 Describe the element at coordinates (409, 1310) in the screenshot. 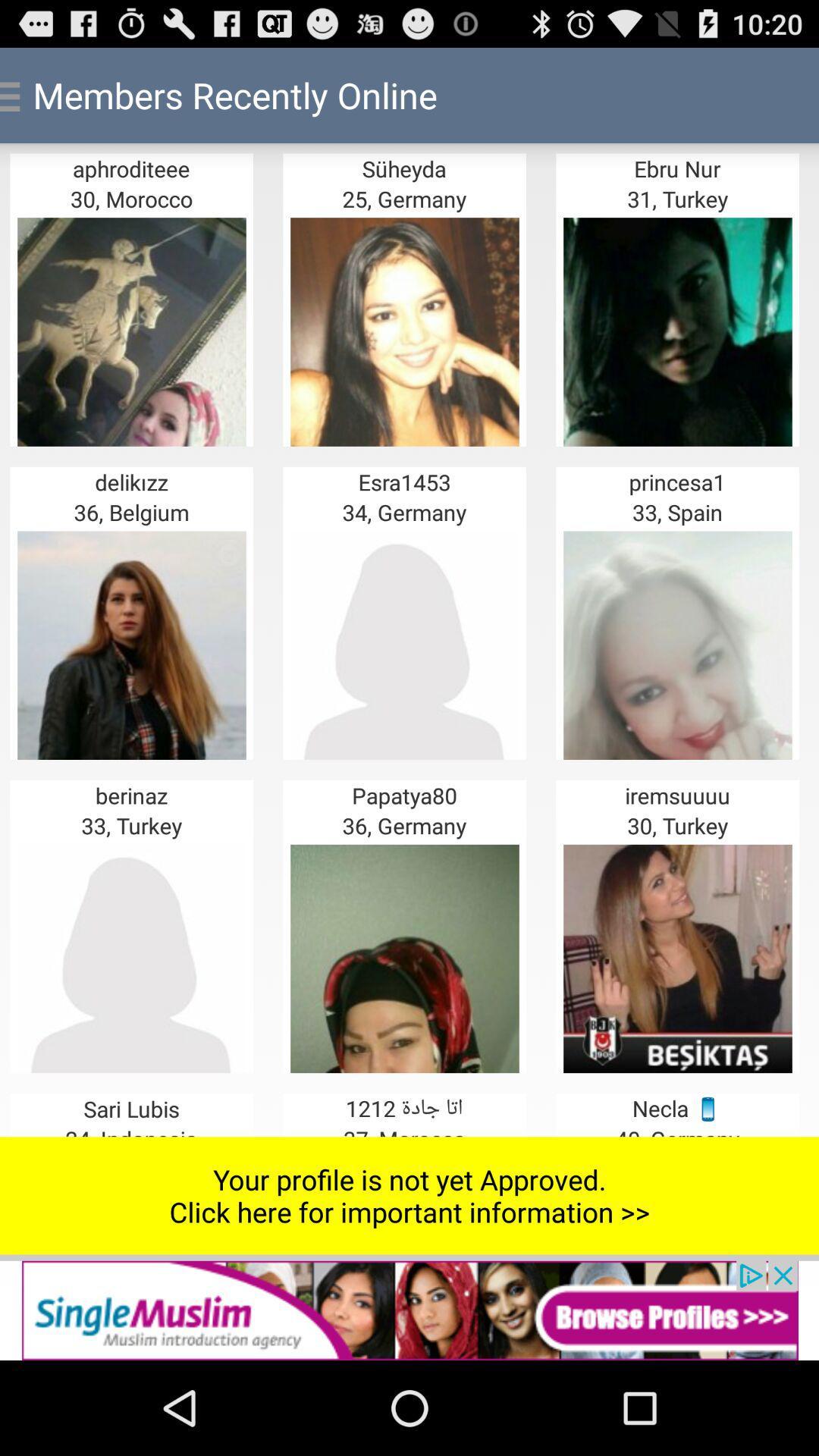

I see `advertisement page` at that location.